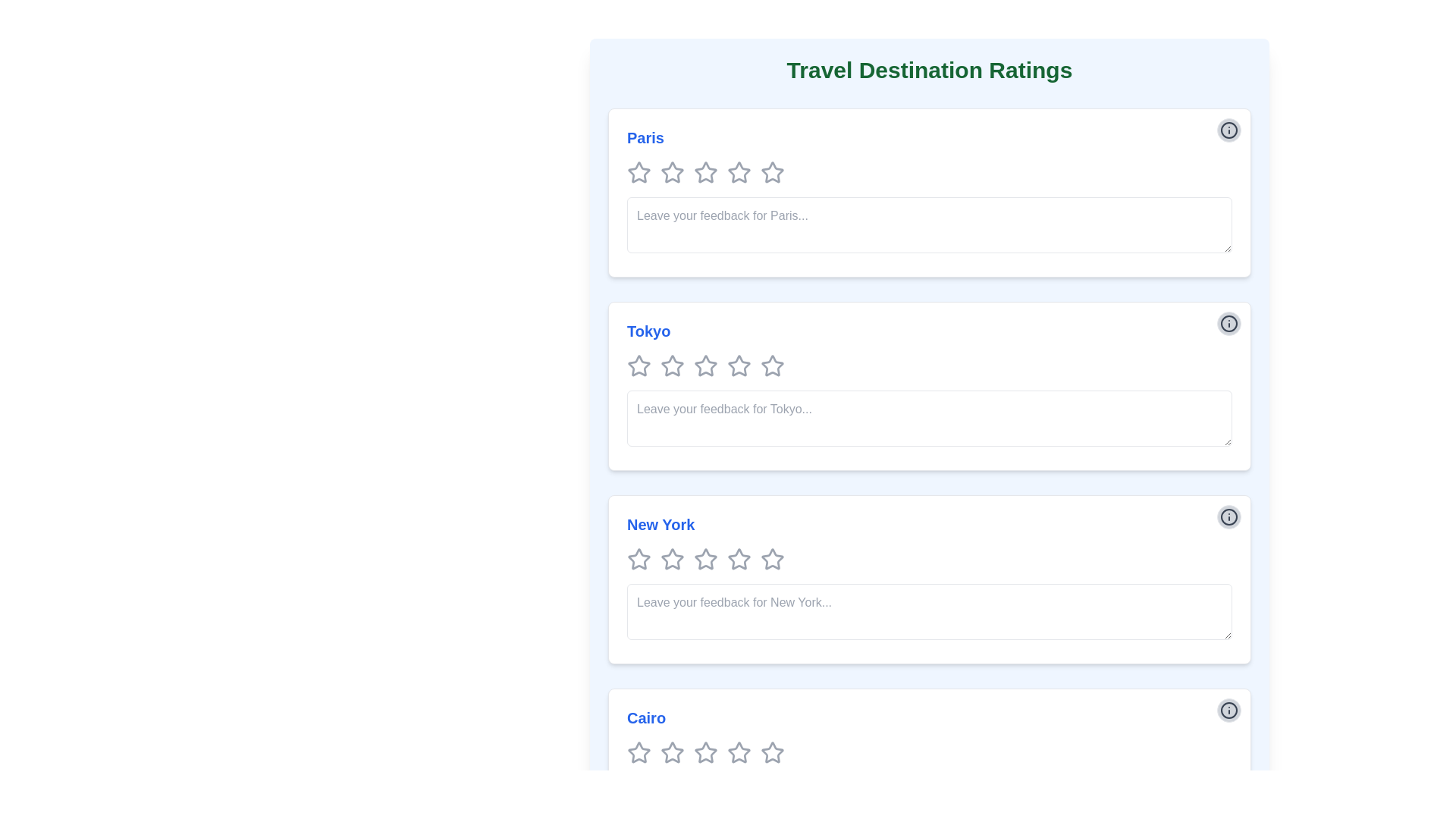 The width and height of the screenshot is (1456, 819). What do you see at coordinates (1229, 711) in the screenshot?
I see `the circular information icon with a gray border located in the top-right corner of the 'Cairo' section within the travel destination ratings card` at bounding box center [1229, 711].